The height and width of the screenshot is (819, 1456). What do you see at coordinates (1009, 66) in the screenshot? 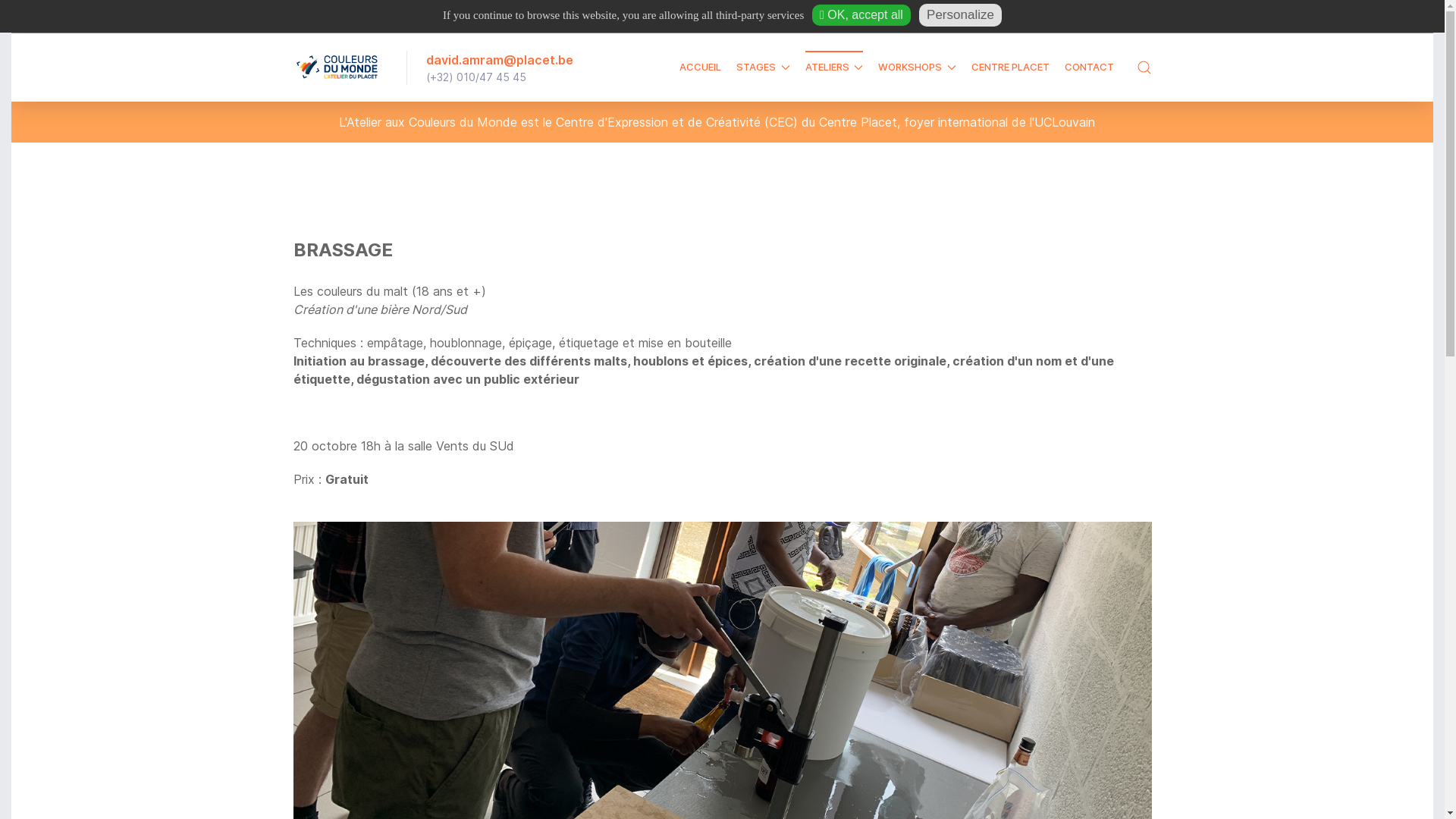
I see `'CENTRE PLACET'` at bounding box center [1009, 66].